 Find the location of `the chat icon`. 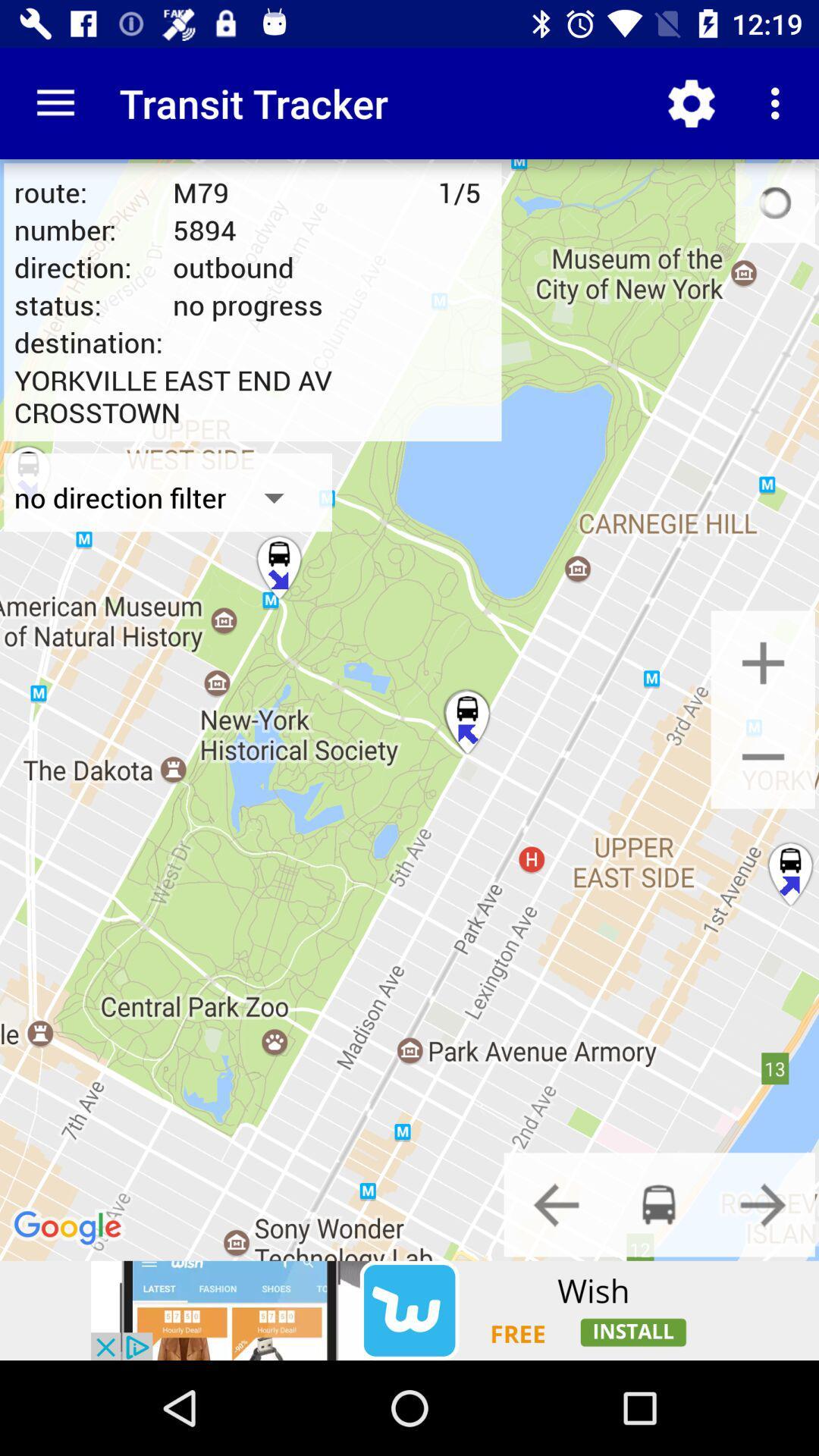

the chat icon is located at coordinates (658, 1203).